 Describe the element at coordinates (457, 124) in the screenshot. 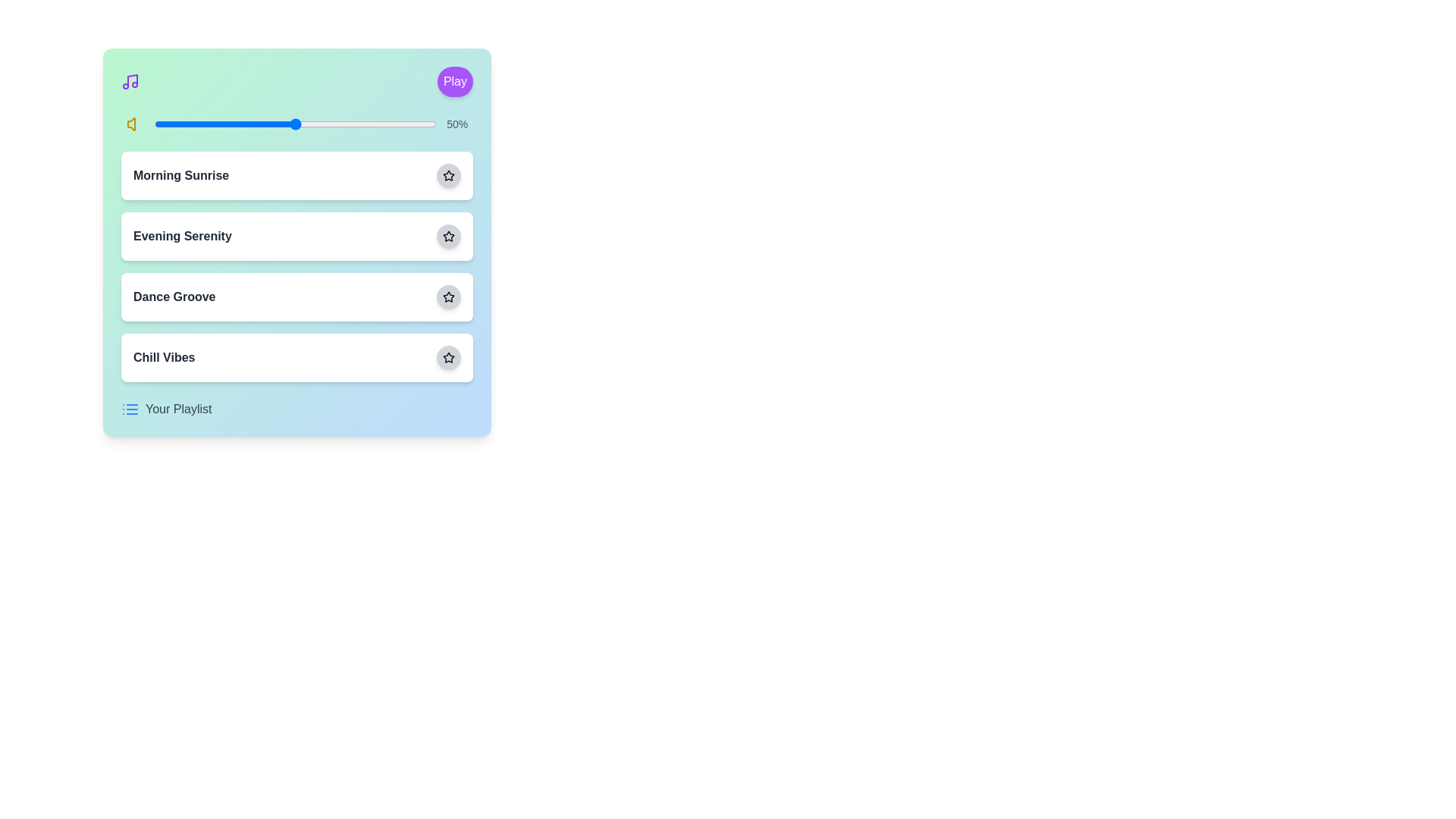

I see `the text label displaying '50%' in gray color, which is positioned at the far-right end of the horizontal slider component` at that location.